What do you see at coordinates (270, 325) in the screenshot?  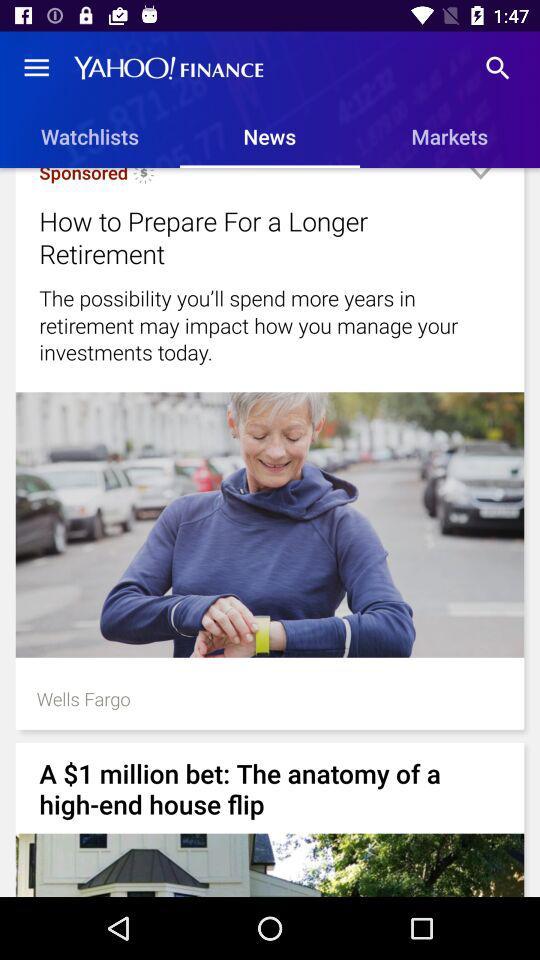 I see `item below the how to prepare icon` at bounding box center [270, 325].